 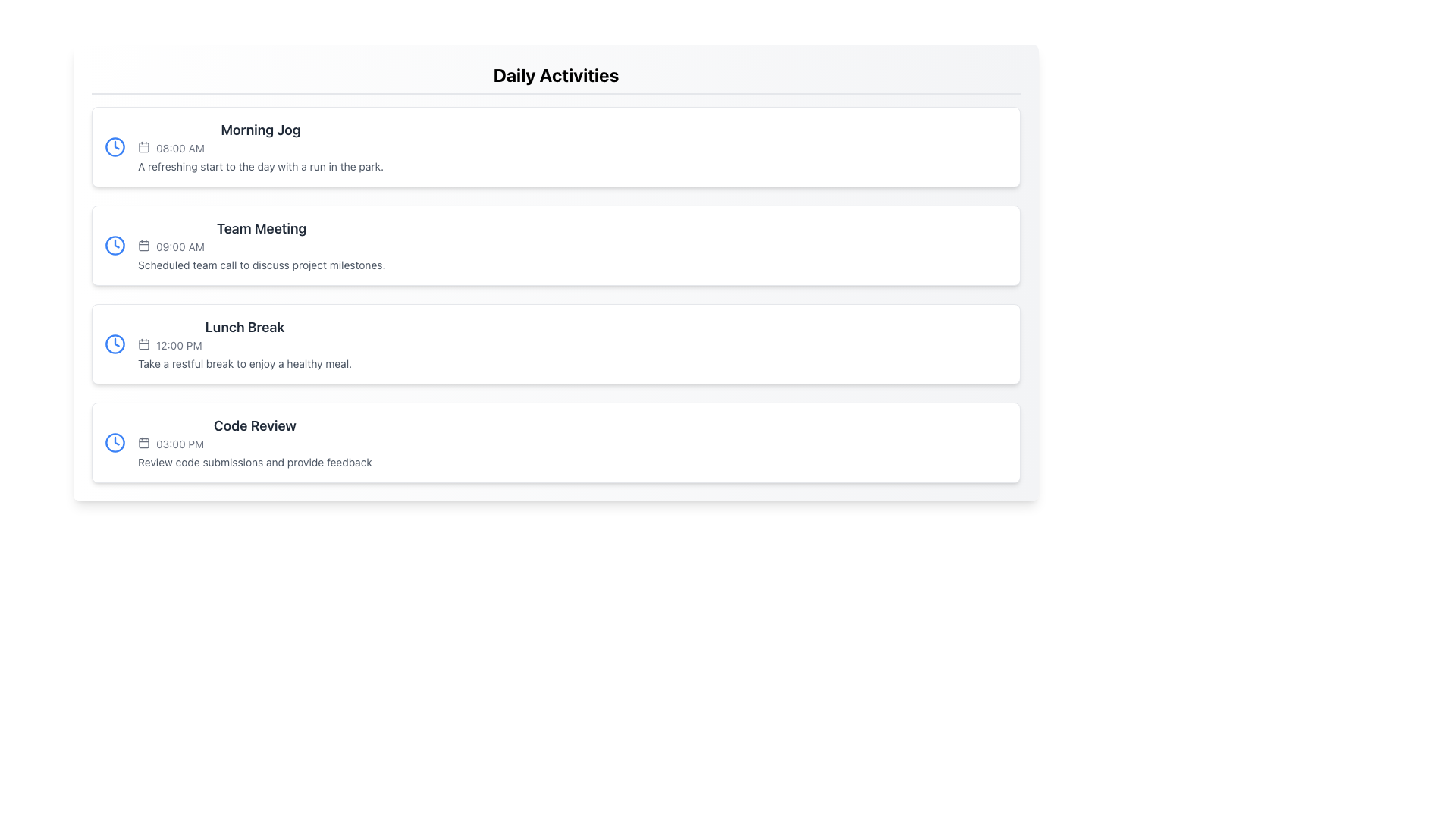 I want to click on the blue circular clock icon located in the second card under 'Daily Activities', aligned to the left of '09:00 AM' and 'Scheduled team call to discuss project milestones', so click(x=115, y=245).